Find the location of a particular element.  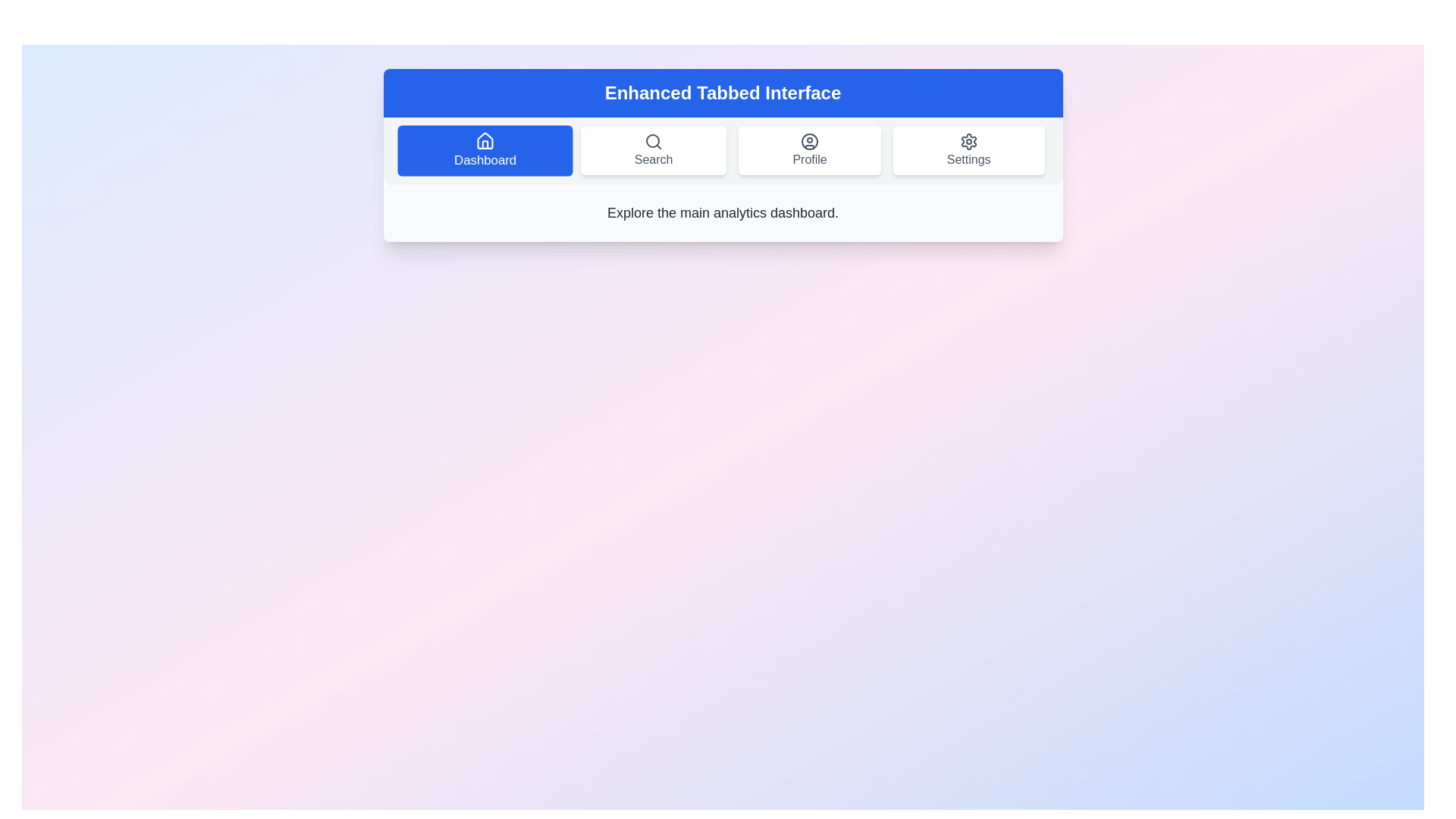

the tab in the Tabbed Navigation Interface is located at coordinates (722, 155).